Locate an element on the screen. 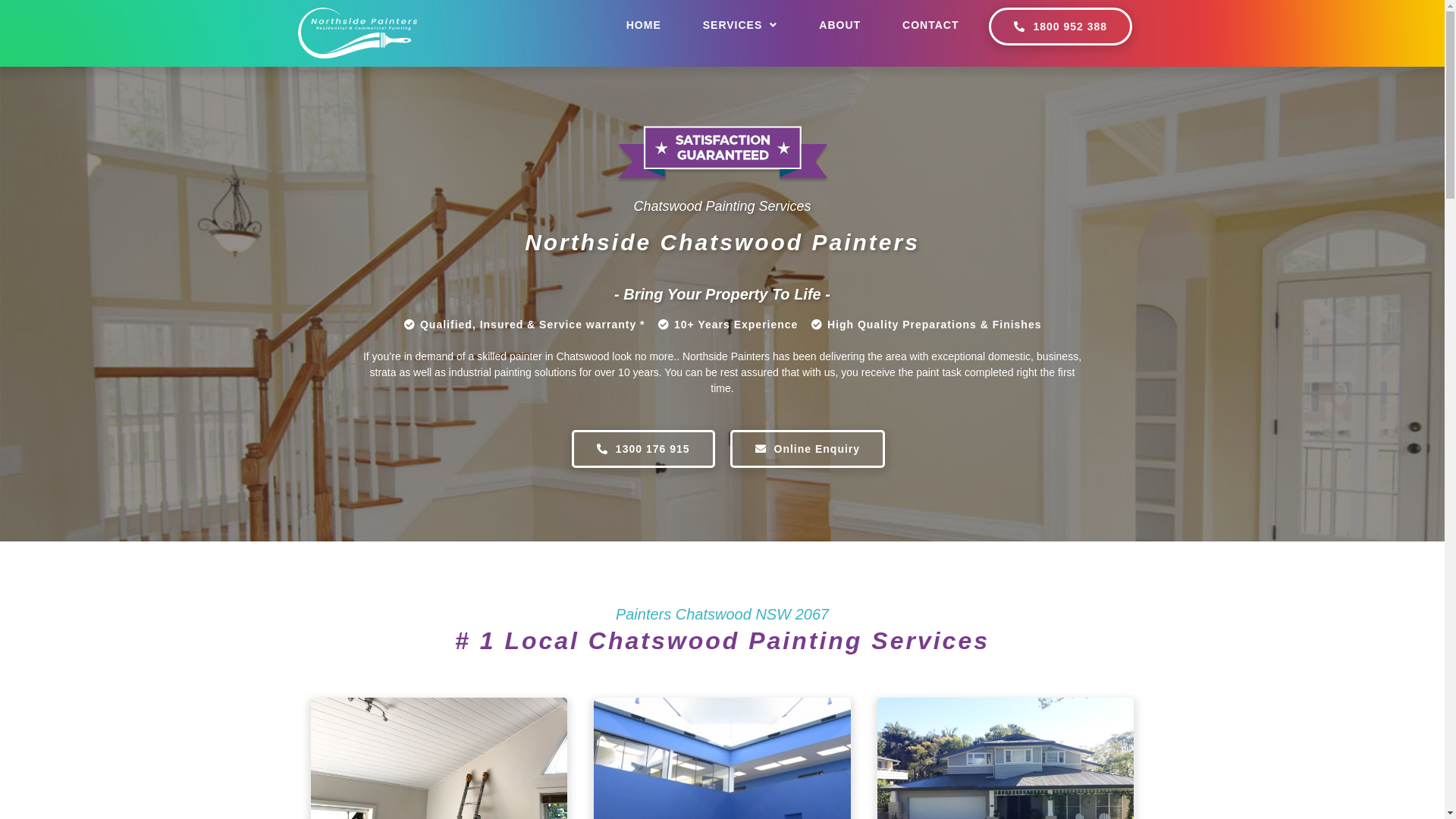  'Online Enquiry' is located at coordinates (806, 447).